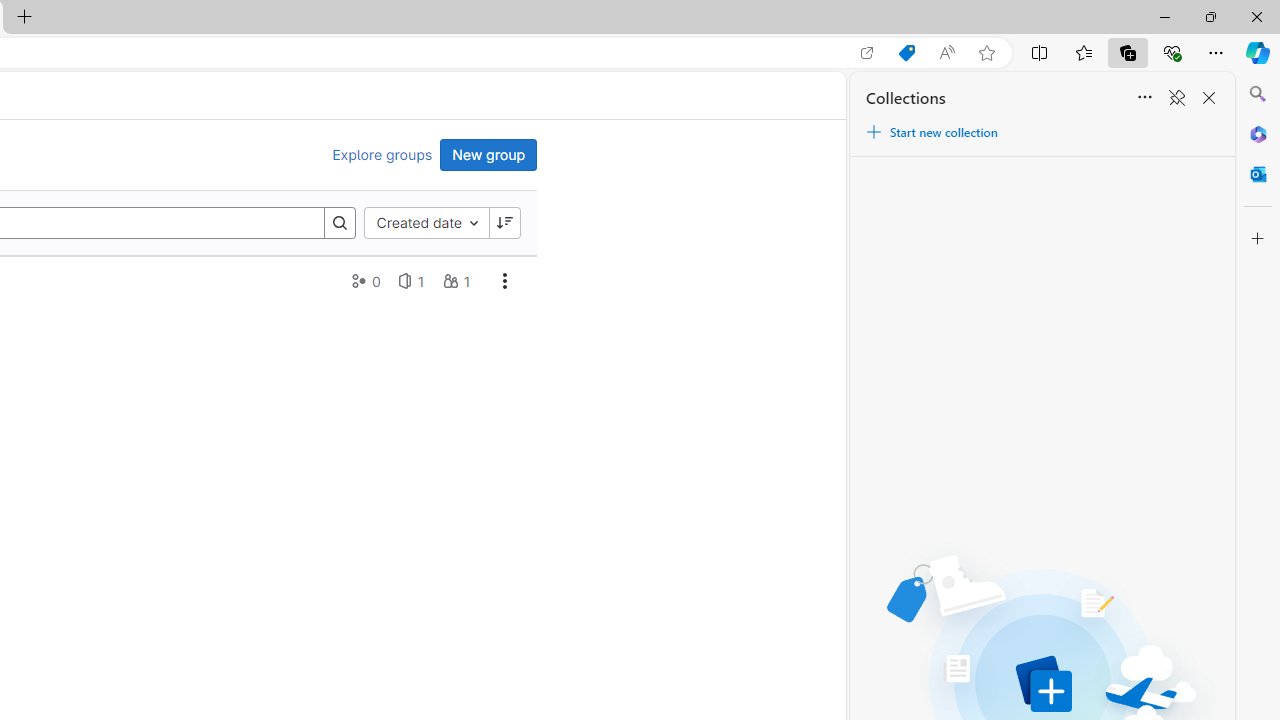  I want to click on 'Close Collections', so click(1207, 98).